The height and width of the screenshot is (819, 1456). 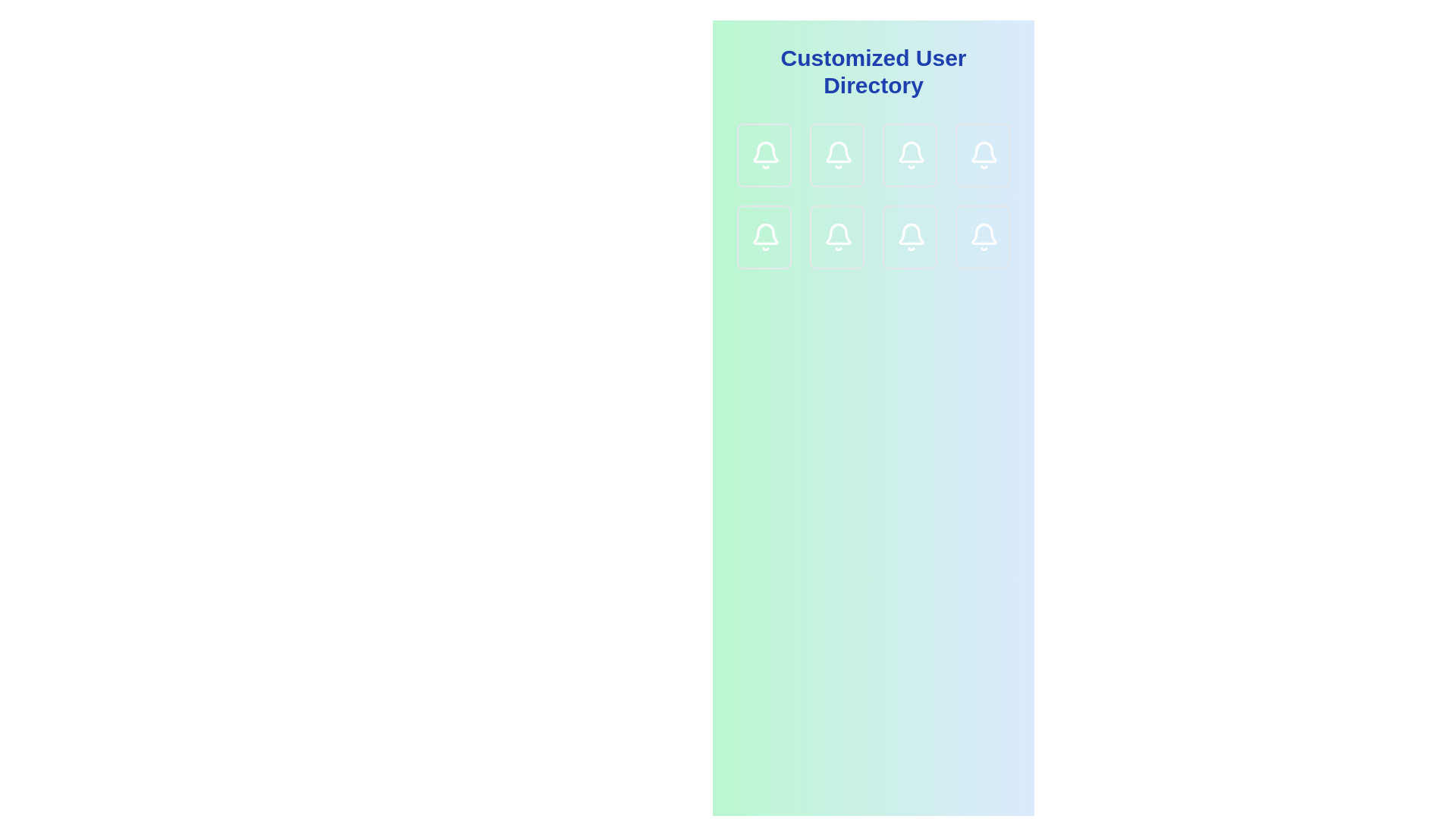 What do you see at coordinates (837, 234) in the screenshot?
I see `the notification icon` at bounding box center [837, 234].